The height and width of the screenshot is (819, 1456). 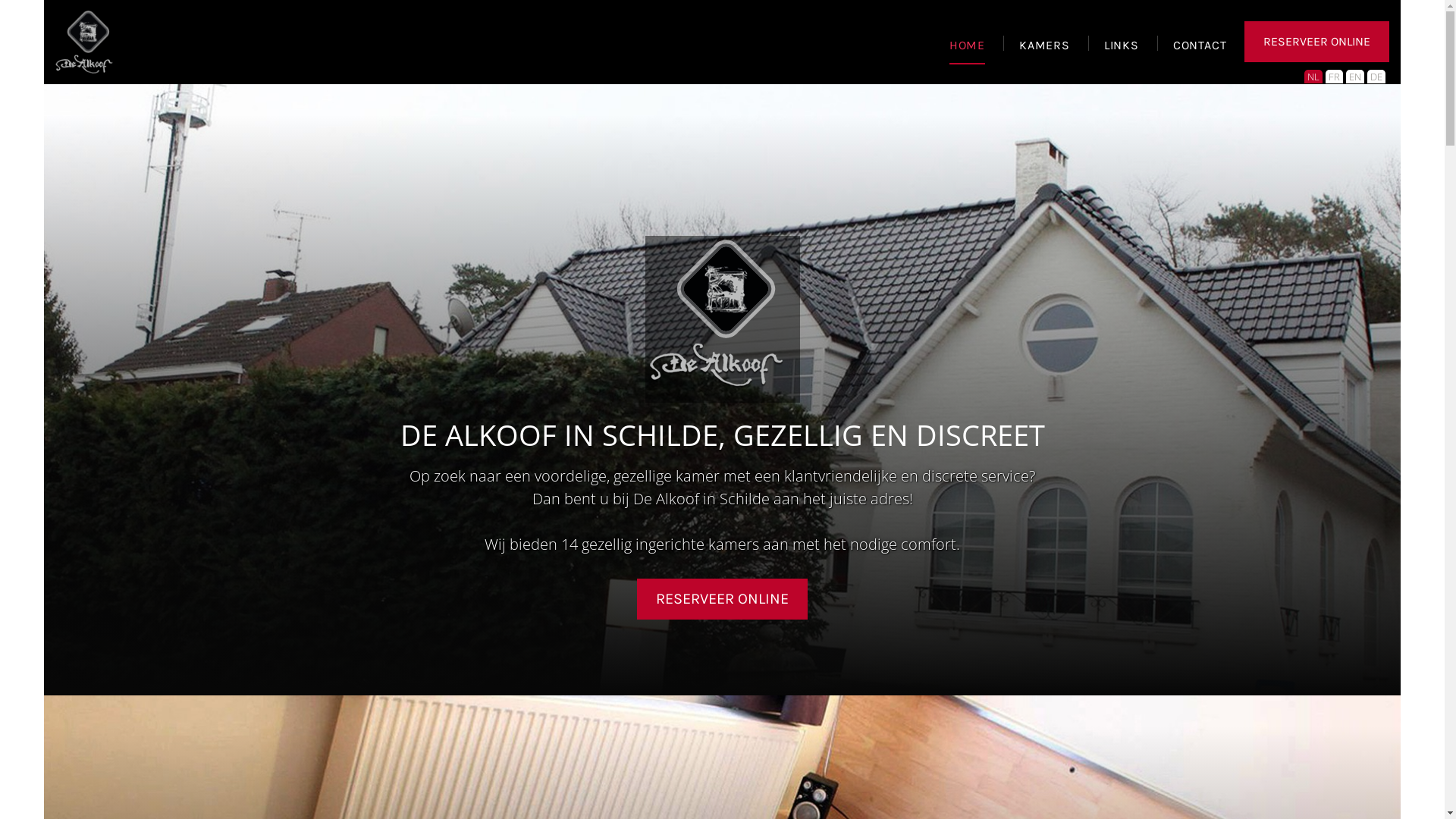 What do you see at coordinates (1354, 76) in the screenshot?
I see `'EN'` at bounding box center [1354, 76].